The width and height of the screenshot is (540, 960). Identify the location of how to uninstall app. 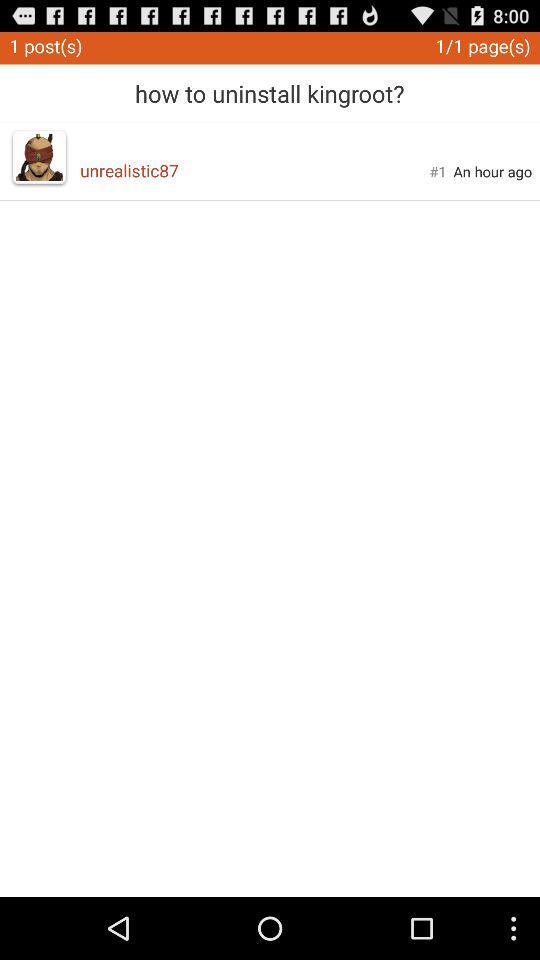
(269, 86).